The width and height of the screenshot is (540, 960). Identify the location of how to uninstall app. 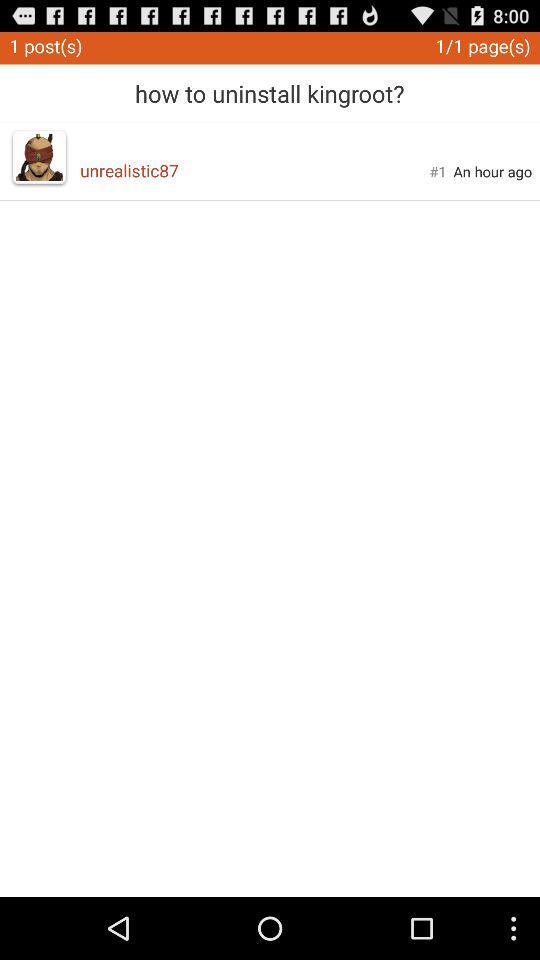
(269, 86).